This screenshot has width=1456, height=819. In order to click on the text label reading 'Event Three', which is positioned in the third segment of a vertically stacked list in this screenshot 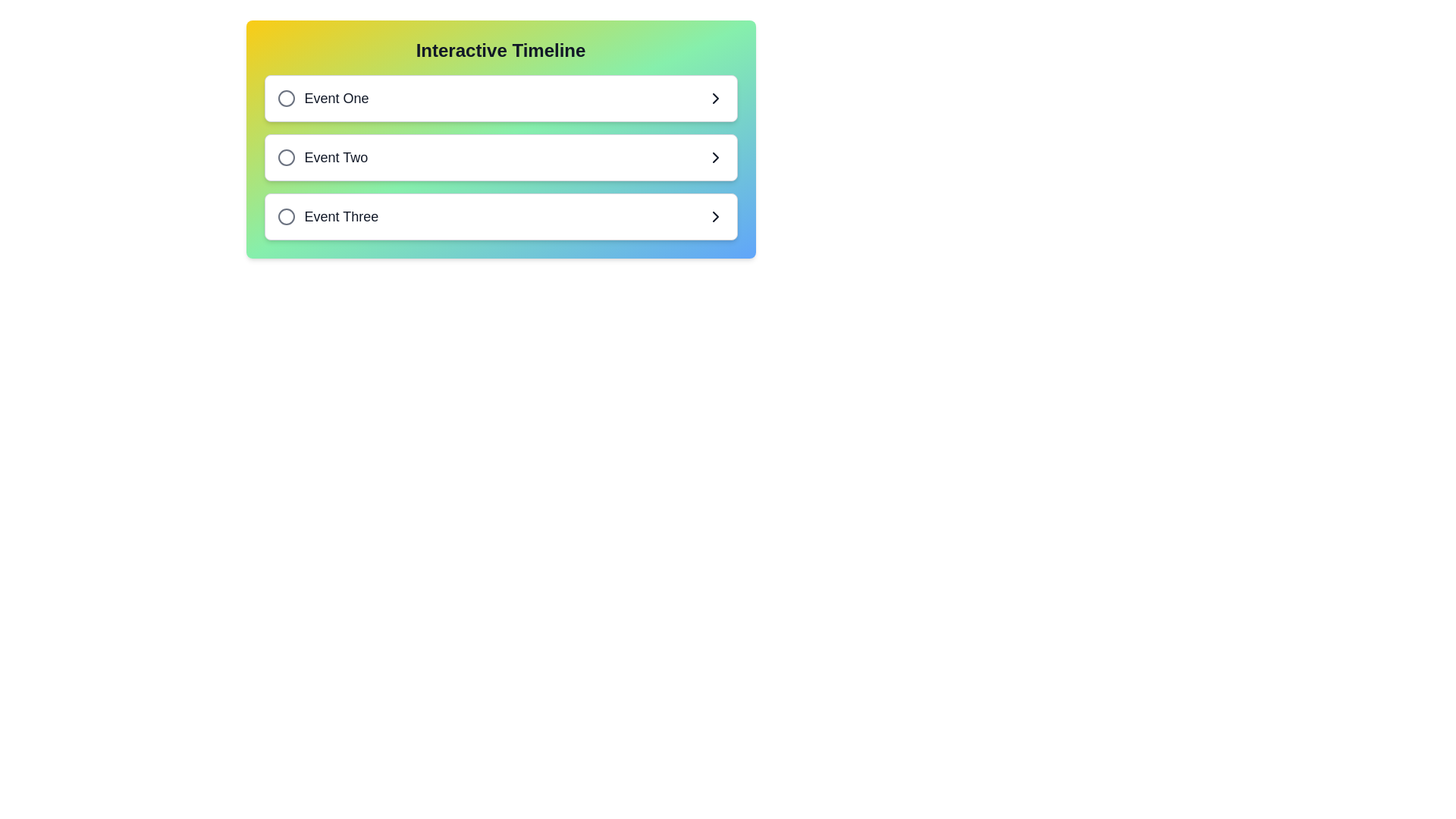, I will do `click(340, 216)`.